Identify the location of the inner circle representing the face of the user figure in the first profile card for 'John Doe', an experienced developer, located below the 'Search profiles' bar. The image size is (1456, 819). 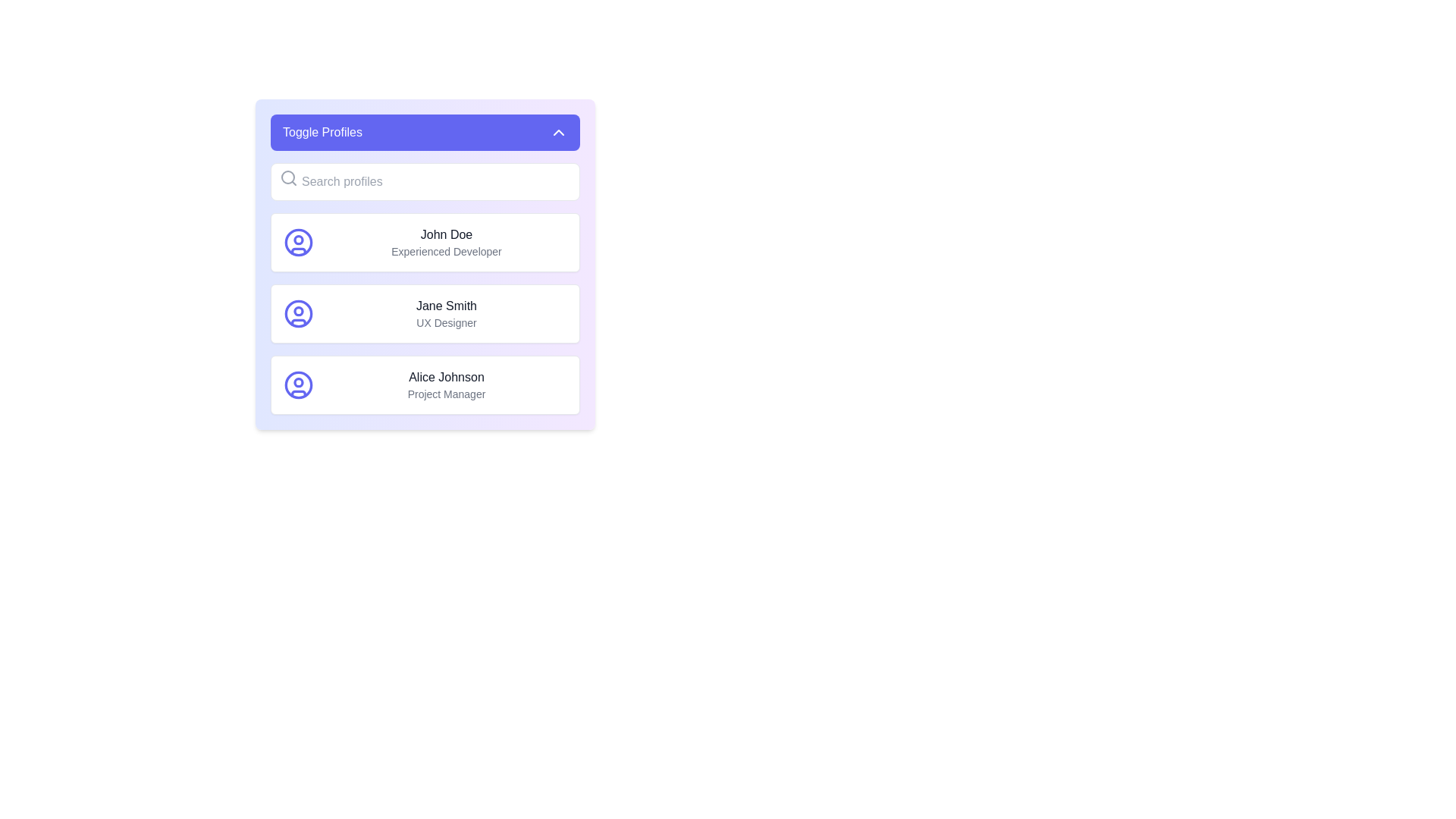
(298, 239).